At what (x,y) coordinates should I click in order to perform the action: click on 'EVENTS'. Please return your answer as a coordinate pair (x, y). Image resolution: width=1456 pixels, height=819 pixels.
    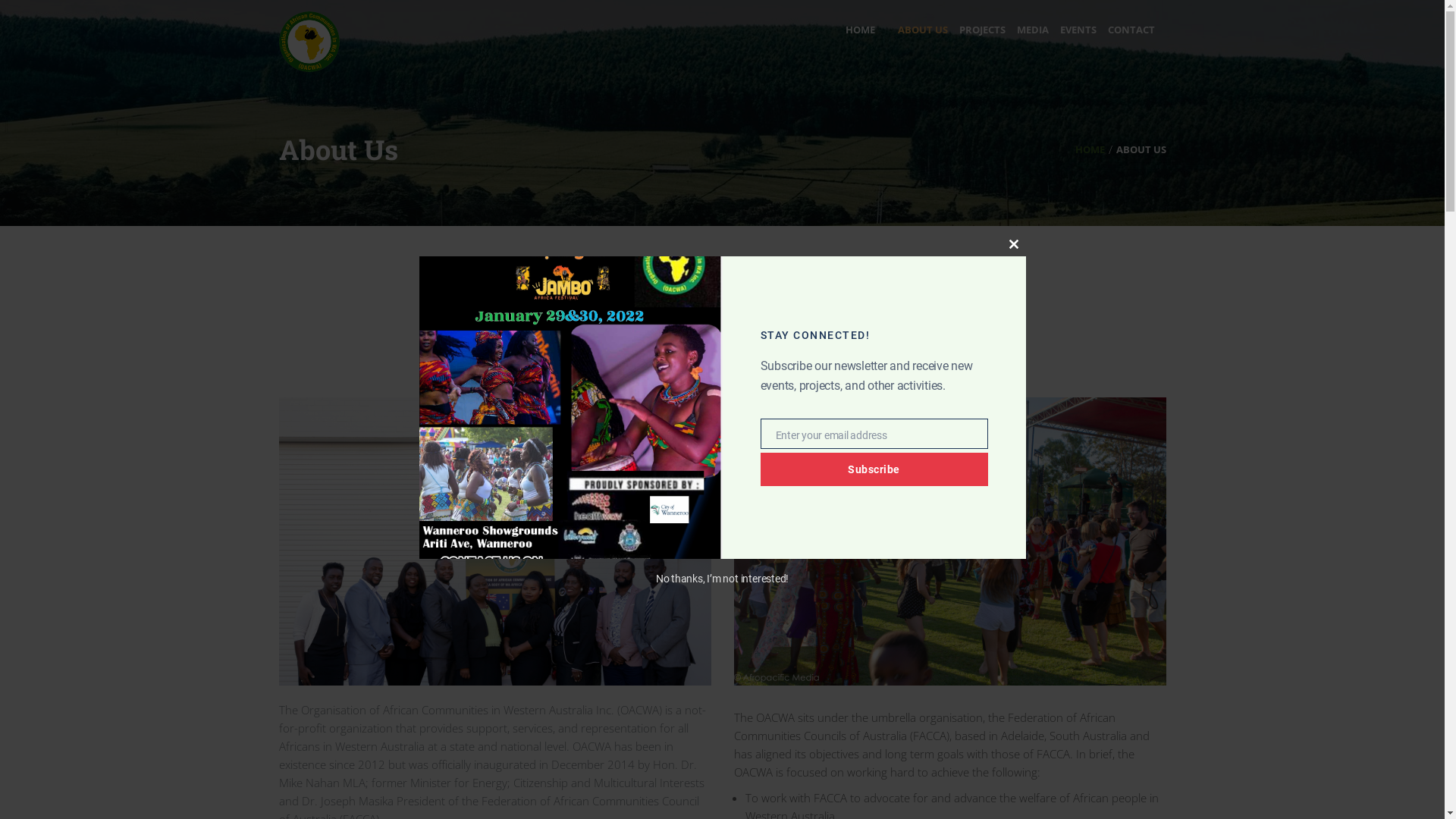
    Looking at the image, I should click on (1047, 30).